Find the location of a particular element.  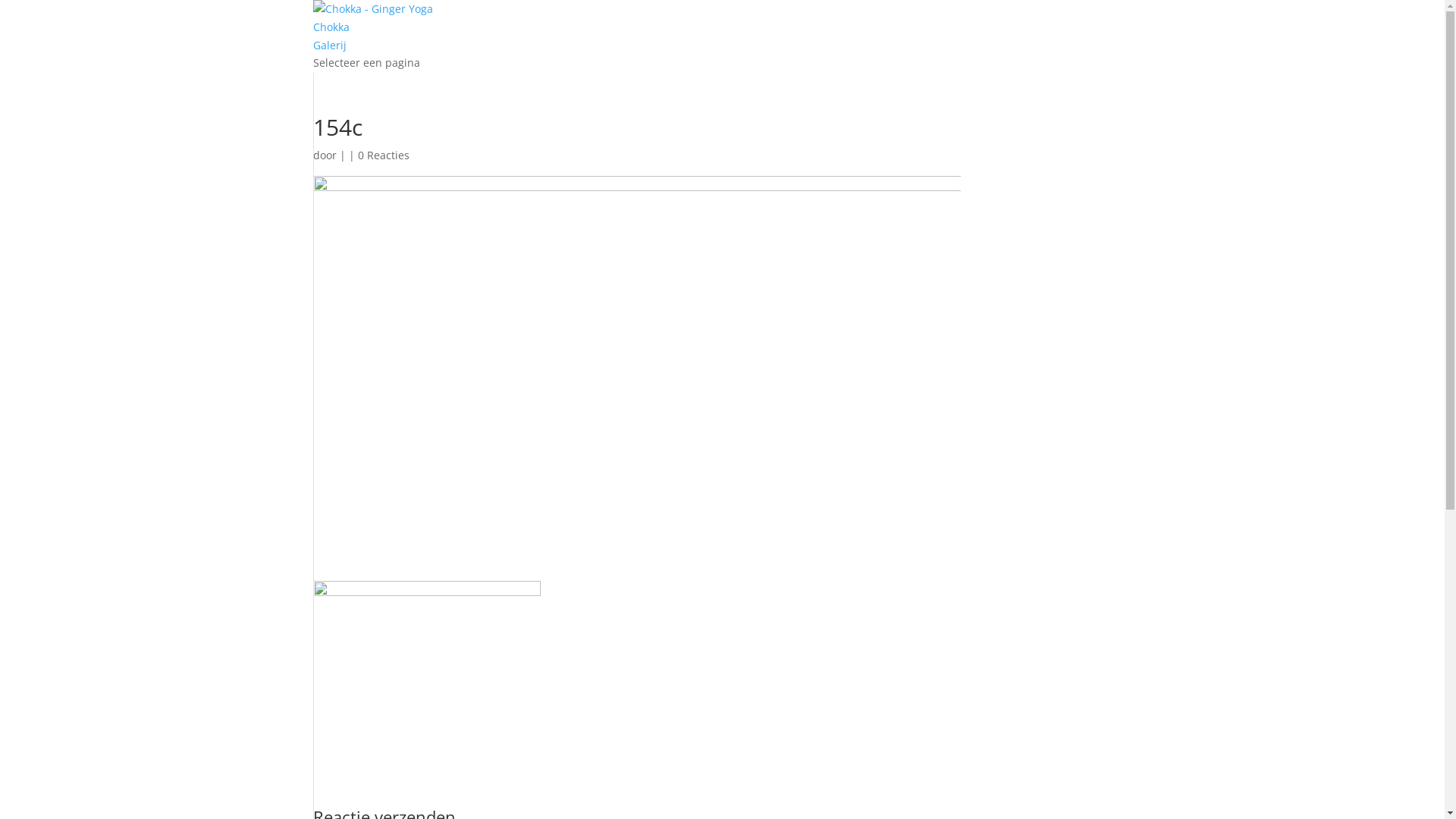

'Galerij' is located at coordinates (328, 44).